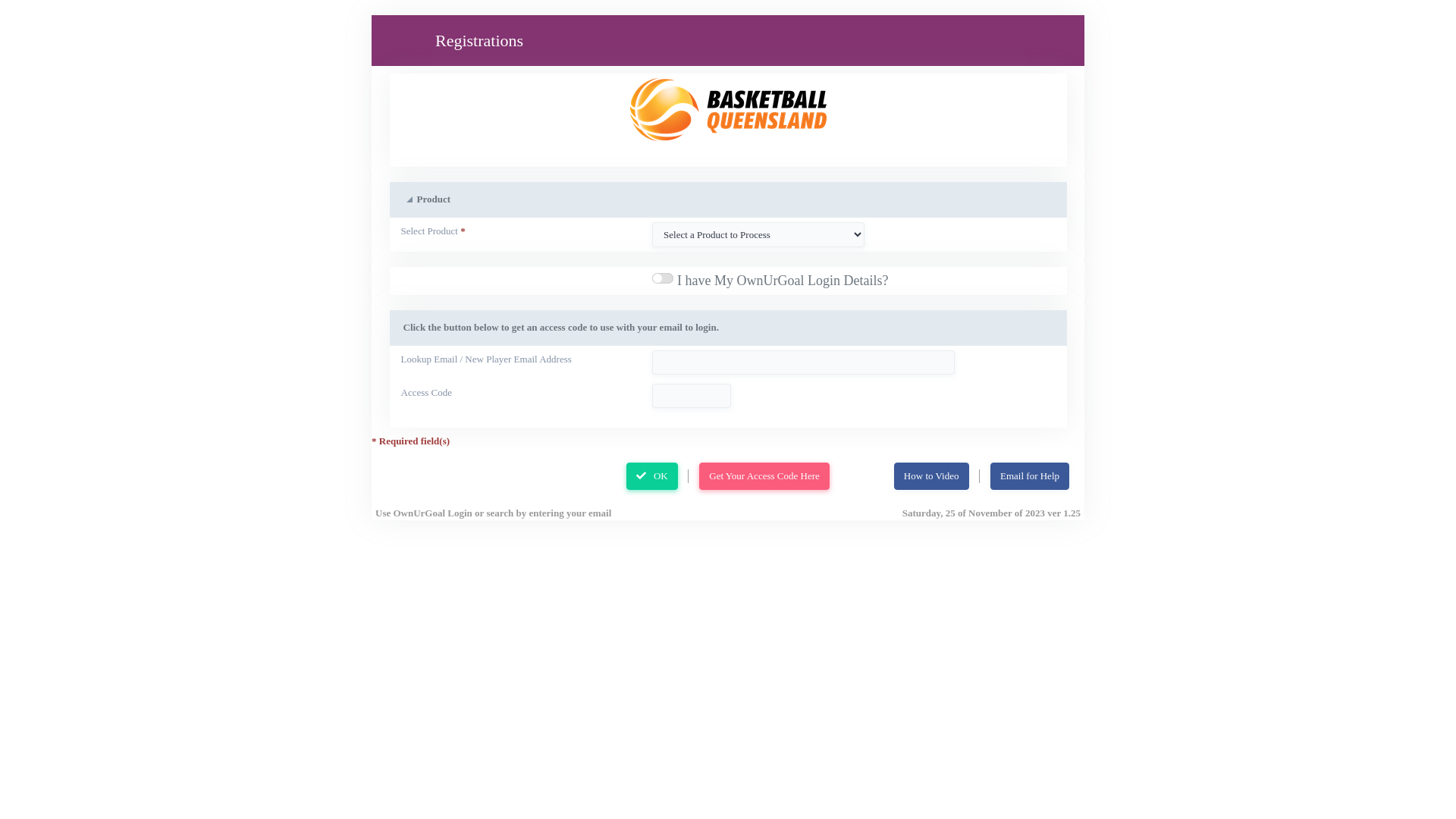  What do you see at coordinates (894, 475) in the screenshot?
I see `'How to Video'` at bounding box center [894, 475].